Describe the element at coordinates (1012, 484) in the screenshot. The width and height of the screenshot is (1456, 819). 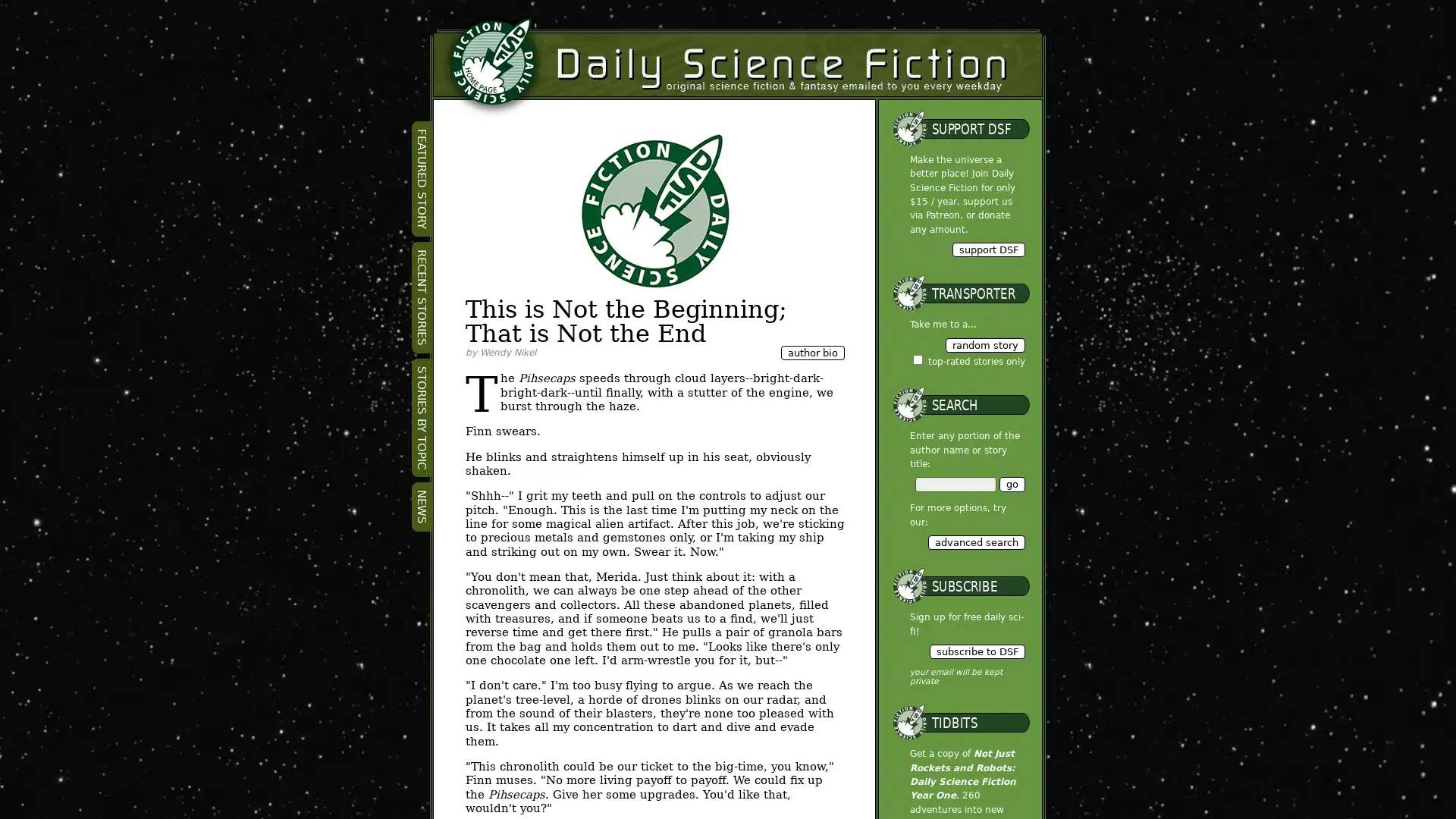
I see `go` at that location.